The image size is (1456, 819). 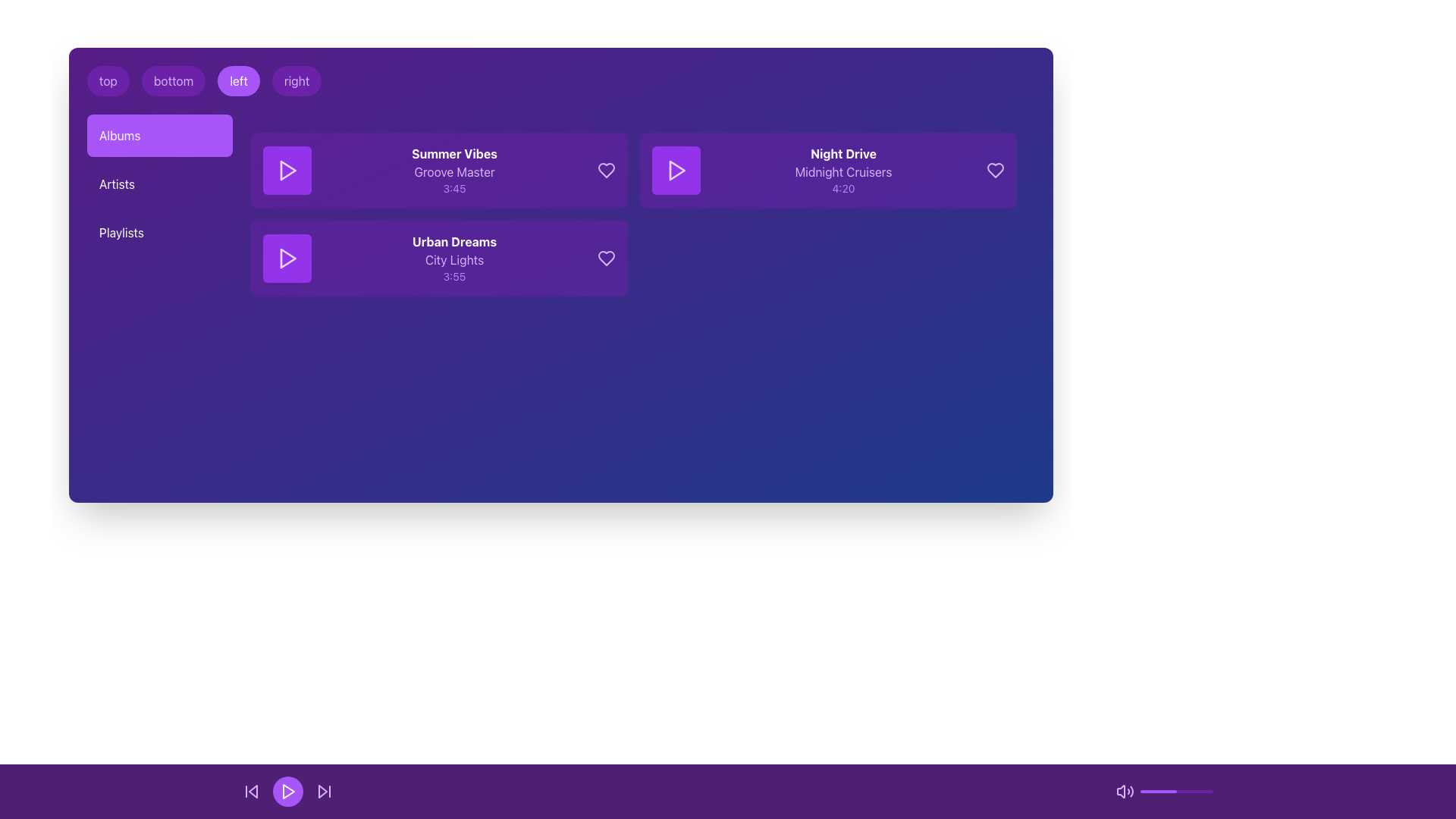 I want to click on the volume level, so click(x=1151, y=791).